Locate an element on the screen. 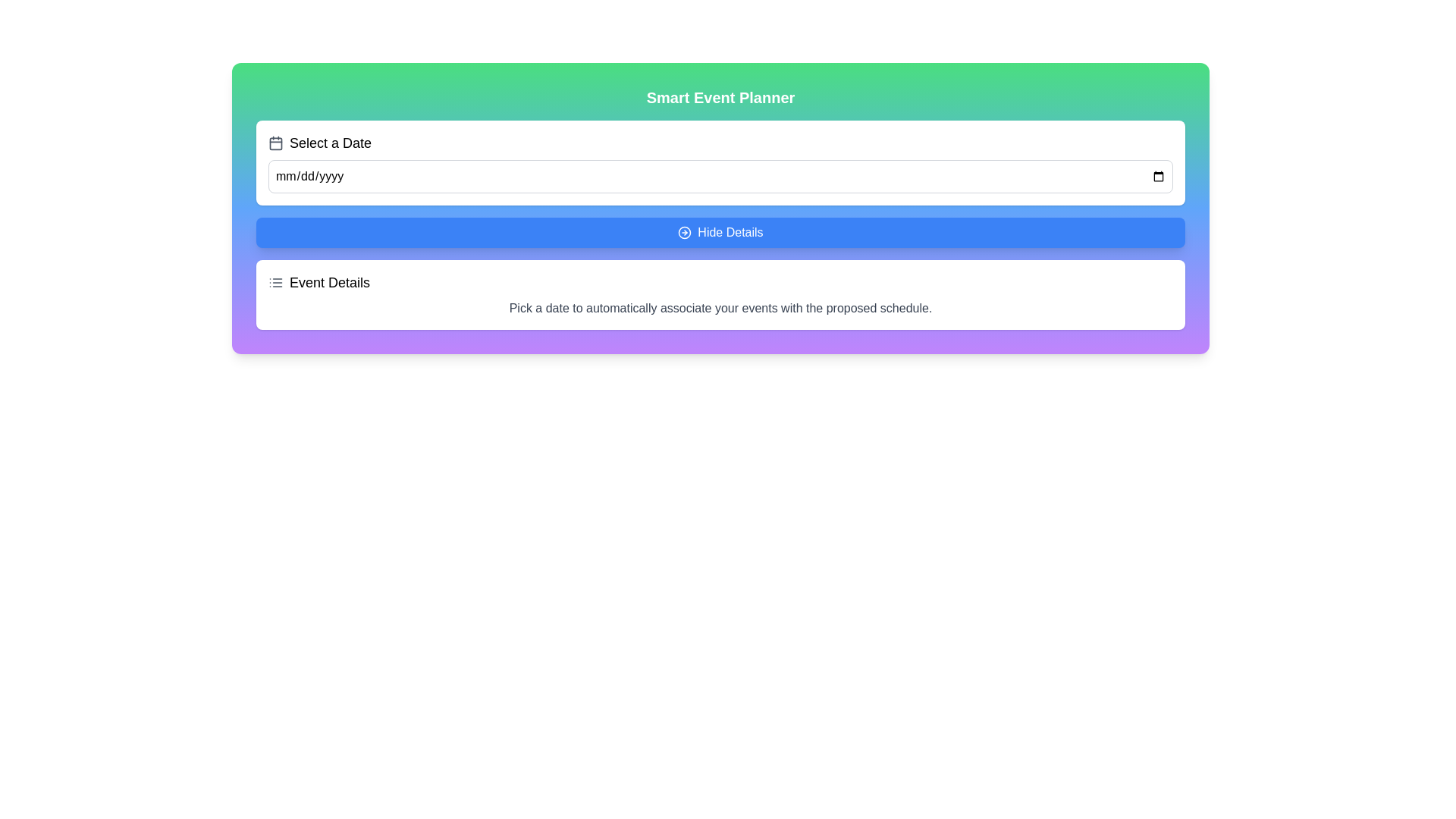 Image resolution: width=1456 pixels, height=819 pixels. the calendar icon (SVG) next to the label 'Select a Date' as a visual cue is located at coordinates (276, 143).